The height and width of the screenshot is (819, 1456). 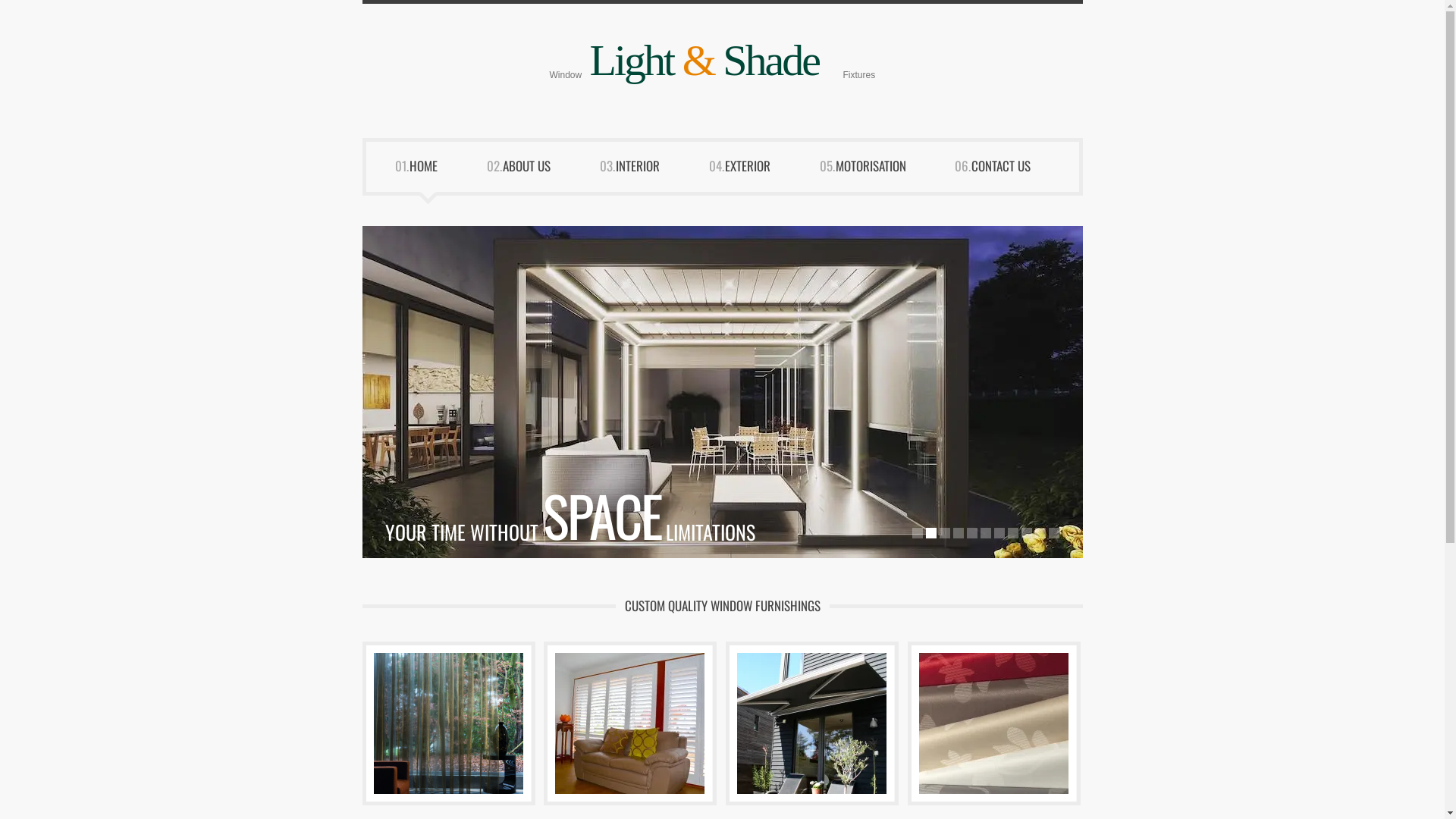 What do you see at coordinates (985, 532) in the screenshot?
I see `'6'` at bounding box center [985, 532].